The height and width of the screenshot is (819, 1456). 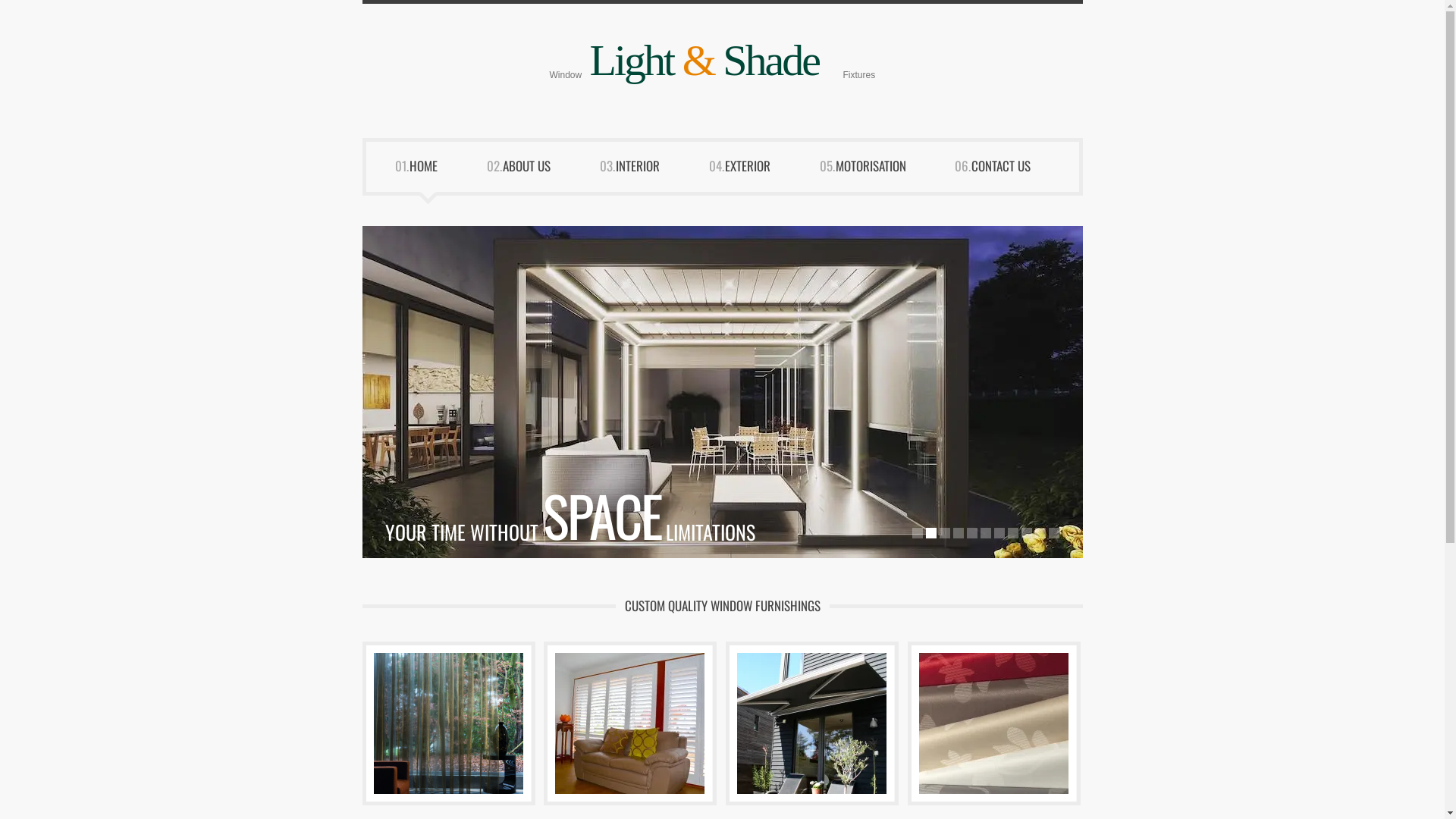 What do you see at coordinates (985, 532) in the screenshot?
I see `'6'` at bounding box center [985, 532].